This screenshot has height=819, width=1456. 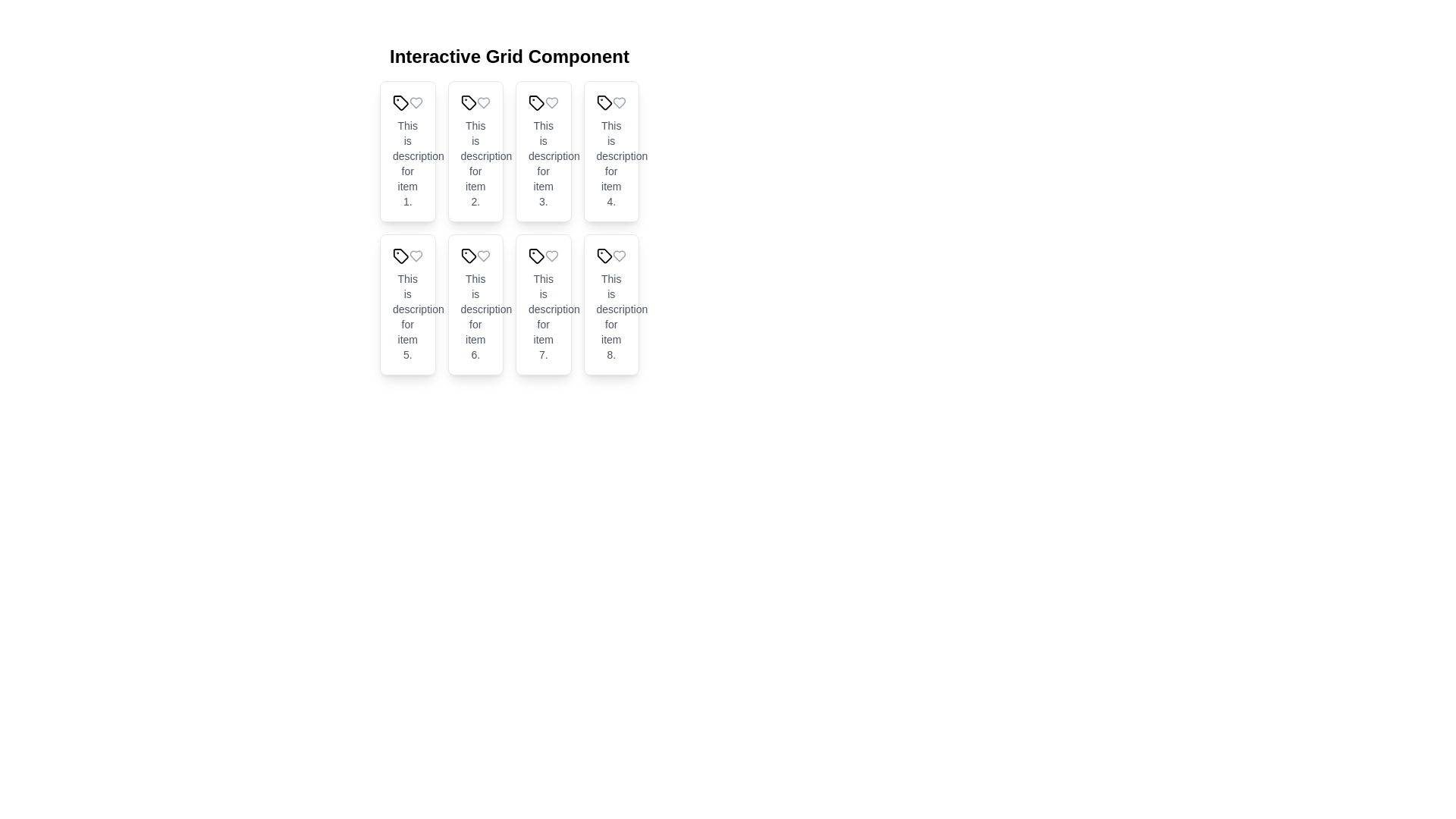 What do you see at coordinates (551, 102) in the screenshot?
I see `the heart icon button located in the top-right corner of the third tile in a grid of eight tiles arranged in two rows of four` at bounding box center [551, 102].